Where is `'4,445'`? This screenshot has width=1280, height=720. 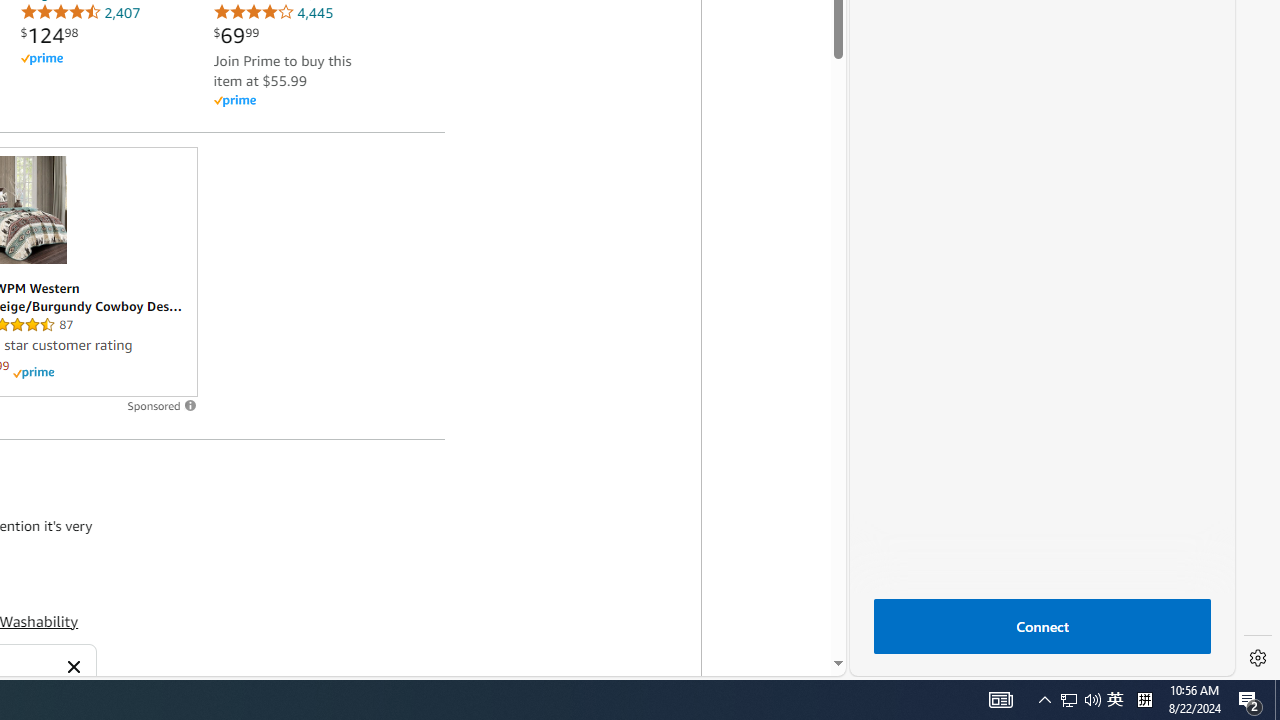
'4,445' is located at coordinates (272, 12).